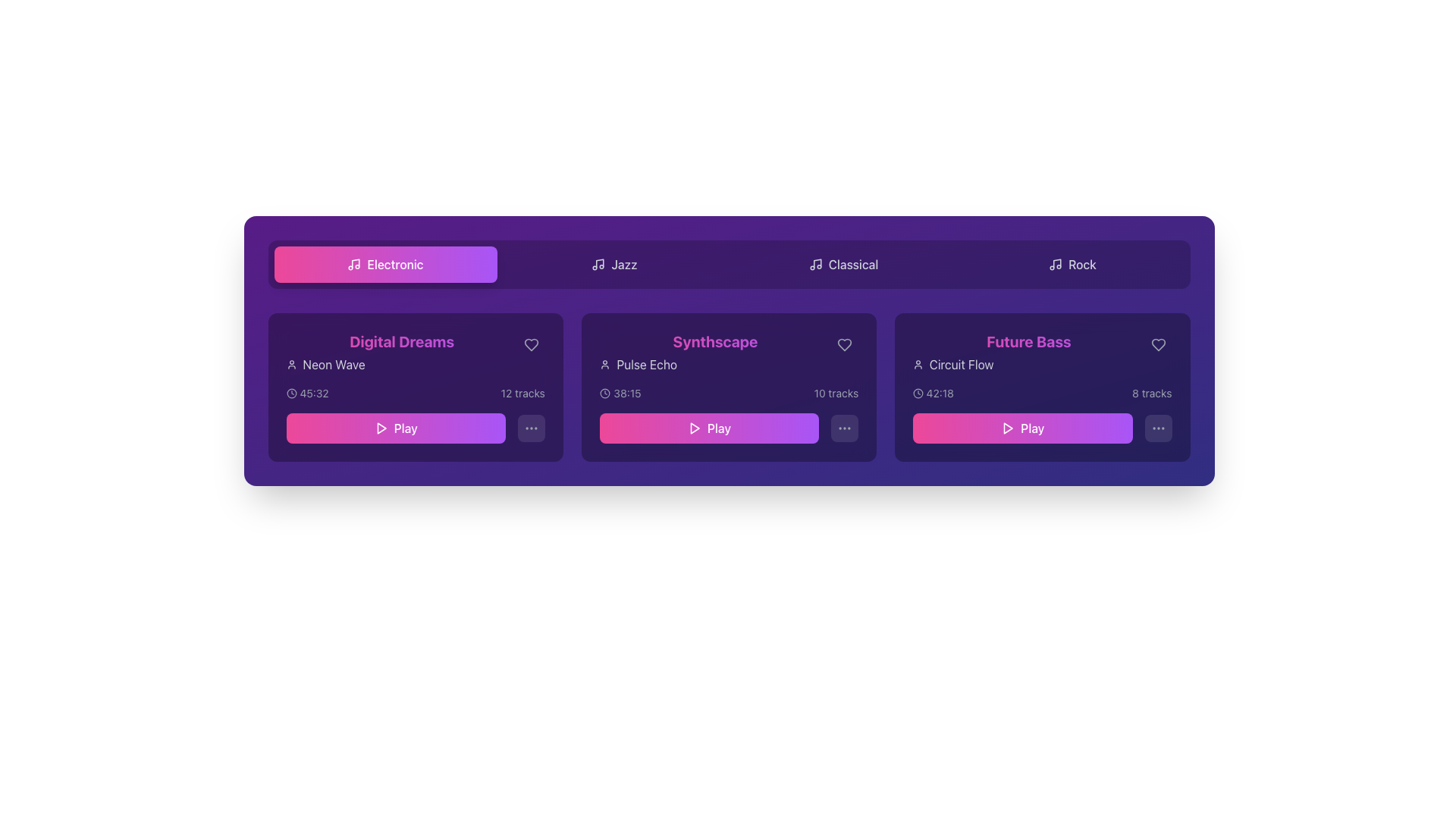 This screenshot has width=1456, height=819. I want to click on the category selector for the music genre 'Classical' to filter or navigate to related content, so click(843, 263).